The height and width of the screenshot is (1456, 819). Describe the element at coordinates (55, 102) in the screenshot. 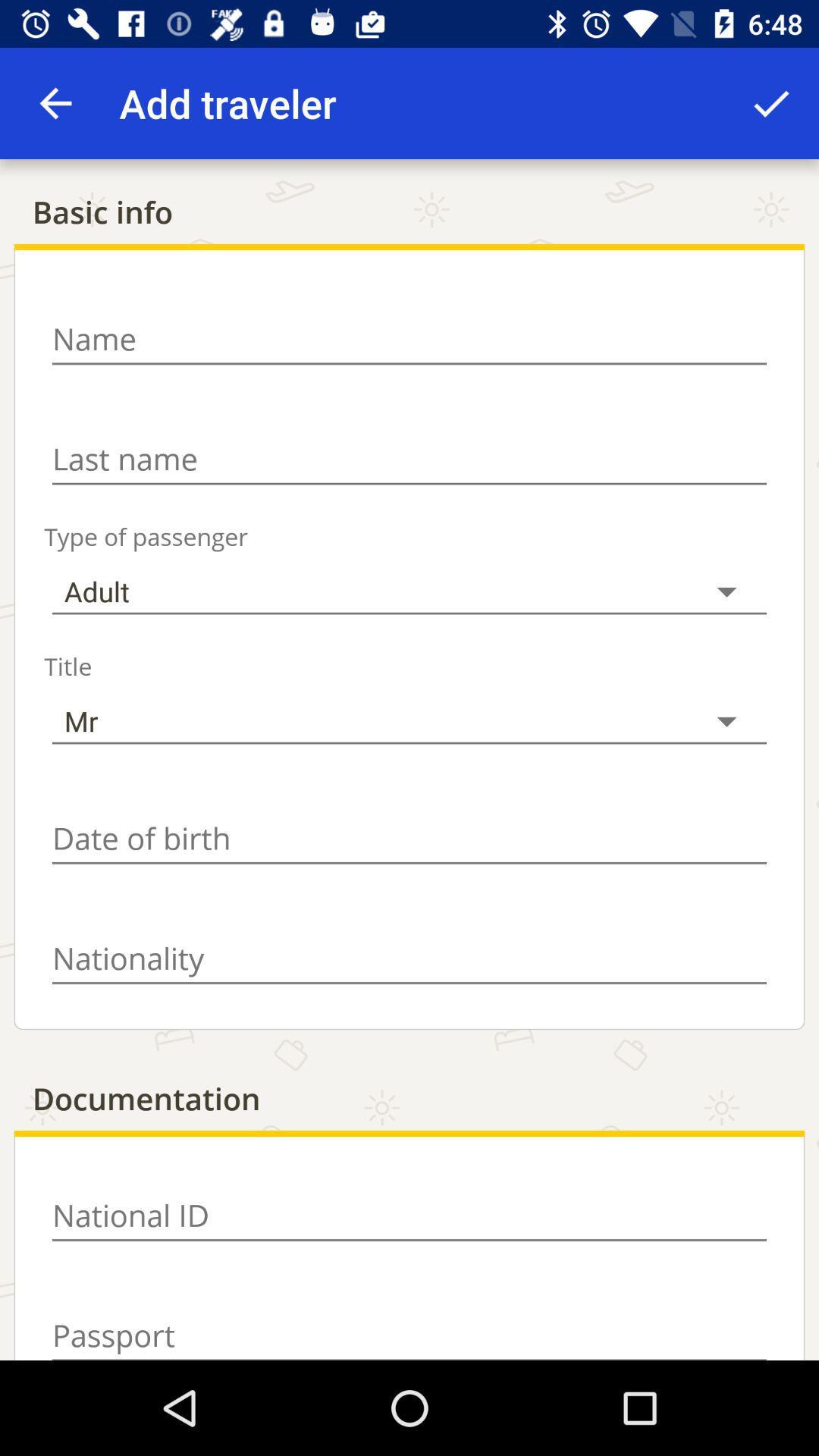

I see `item to the left of the add traveler` at that location.